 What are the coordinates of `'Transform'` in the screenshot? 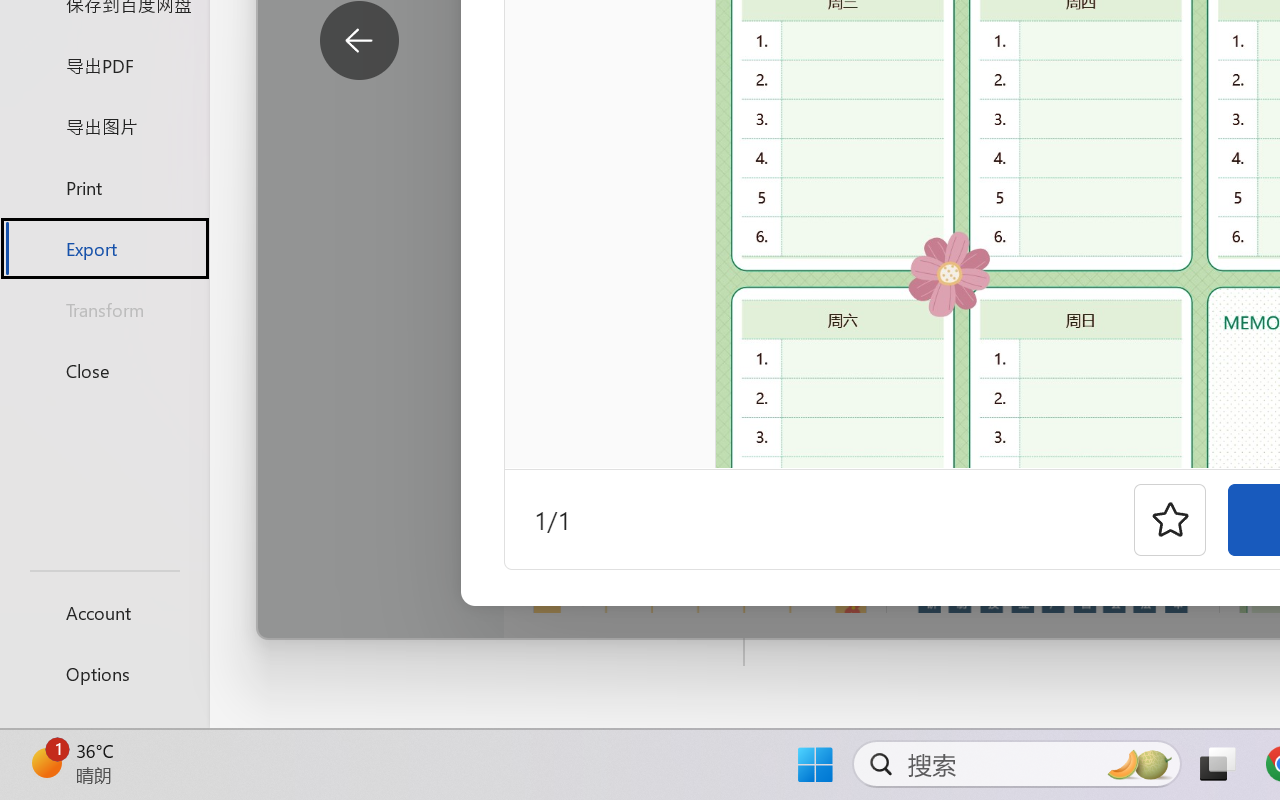 It's located at (103, 308).